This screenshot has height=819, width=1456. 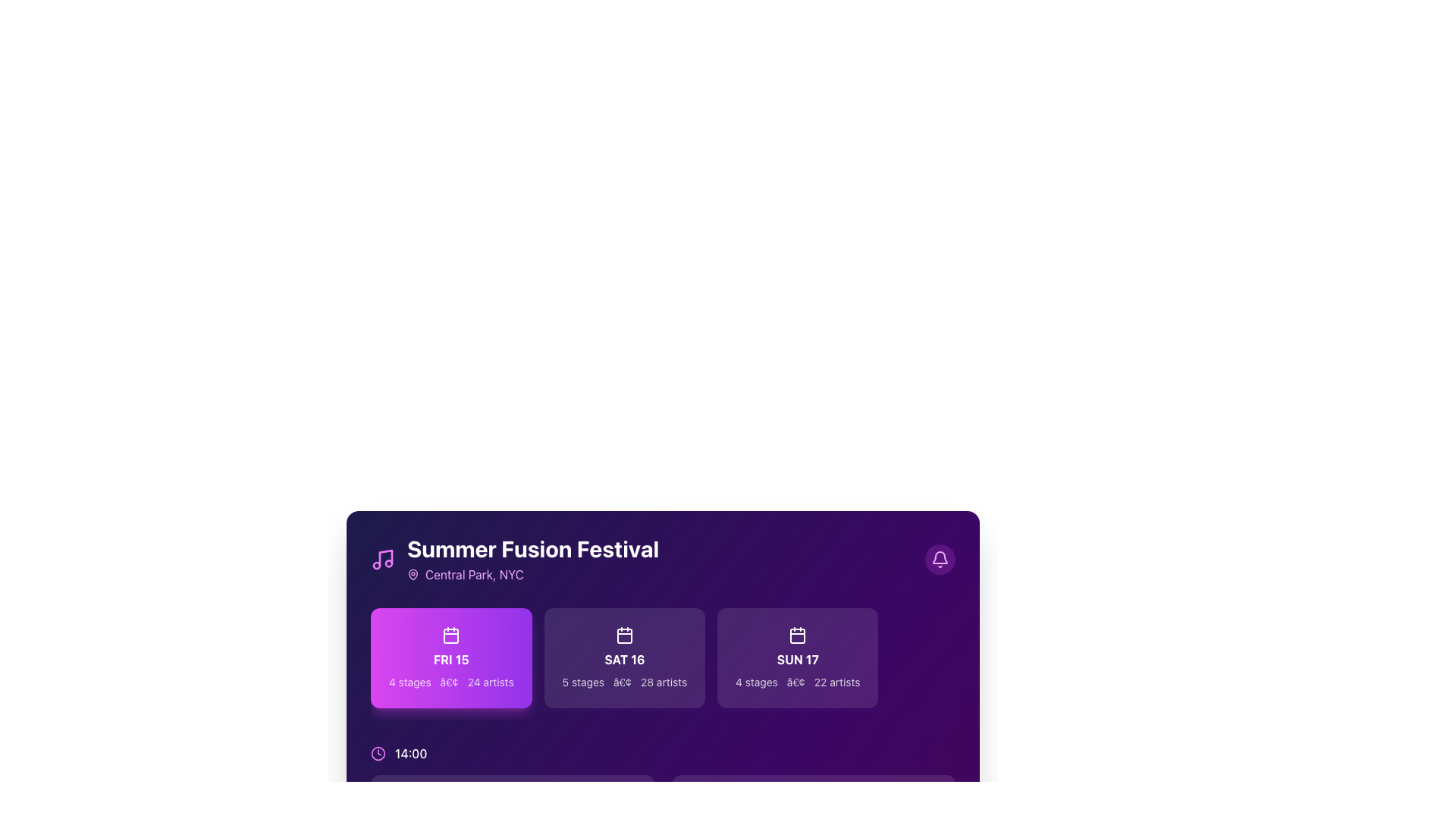 What do you see at coordinates (624, 635) in the screenshot?
I see `the minimalist white calendar icon located in the center column above the label 'SAT 16'` at bounding box center [624, 635].